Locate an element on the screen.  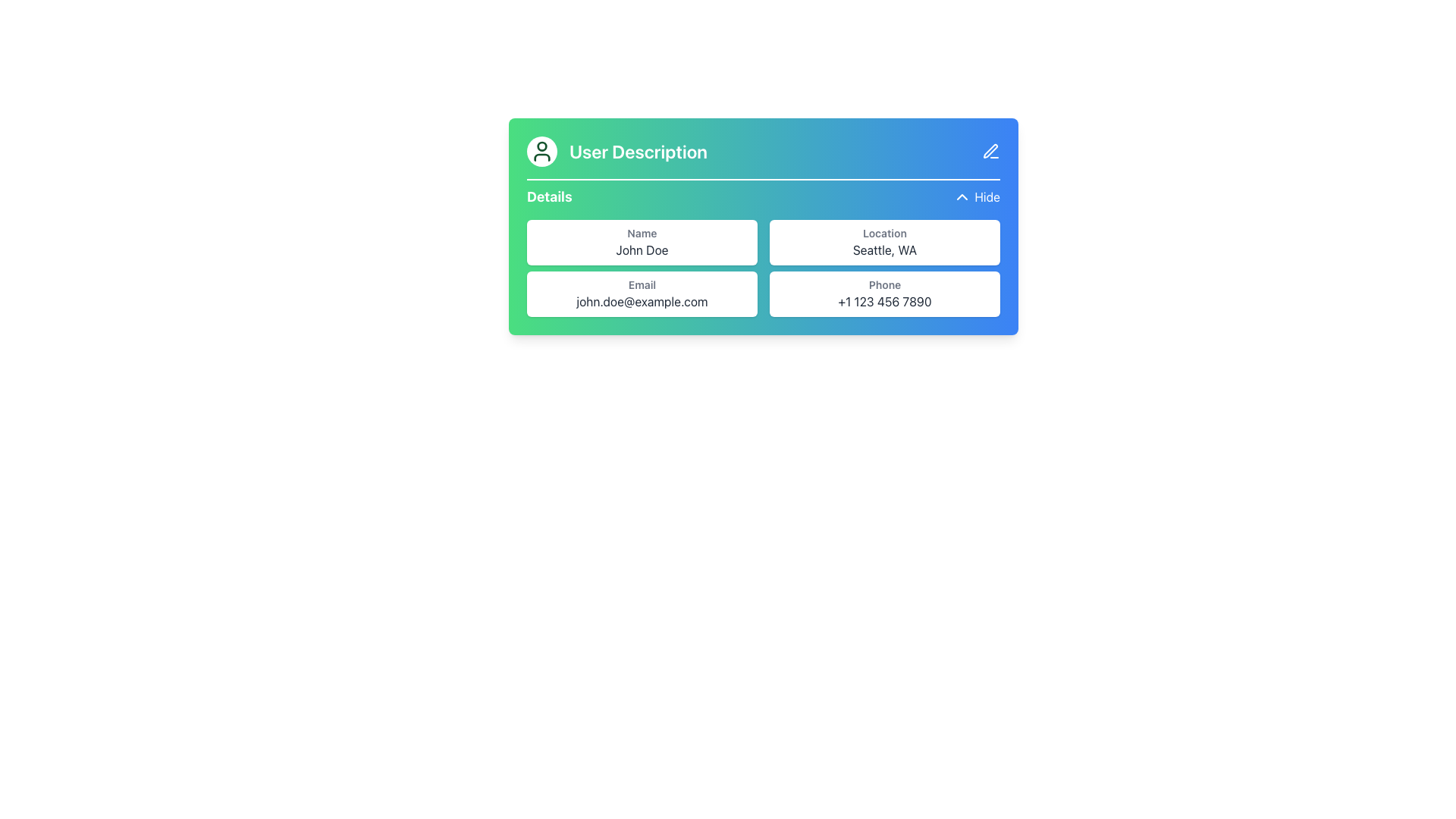
the 'User Description' text label, which is displayed in a large and bold font with a white color on a gradient background of green to blue, located in the top left portion of the interface is located at coordinates (639, 152).